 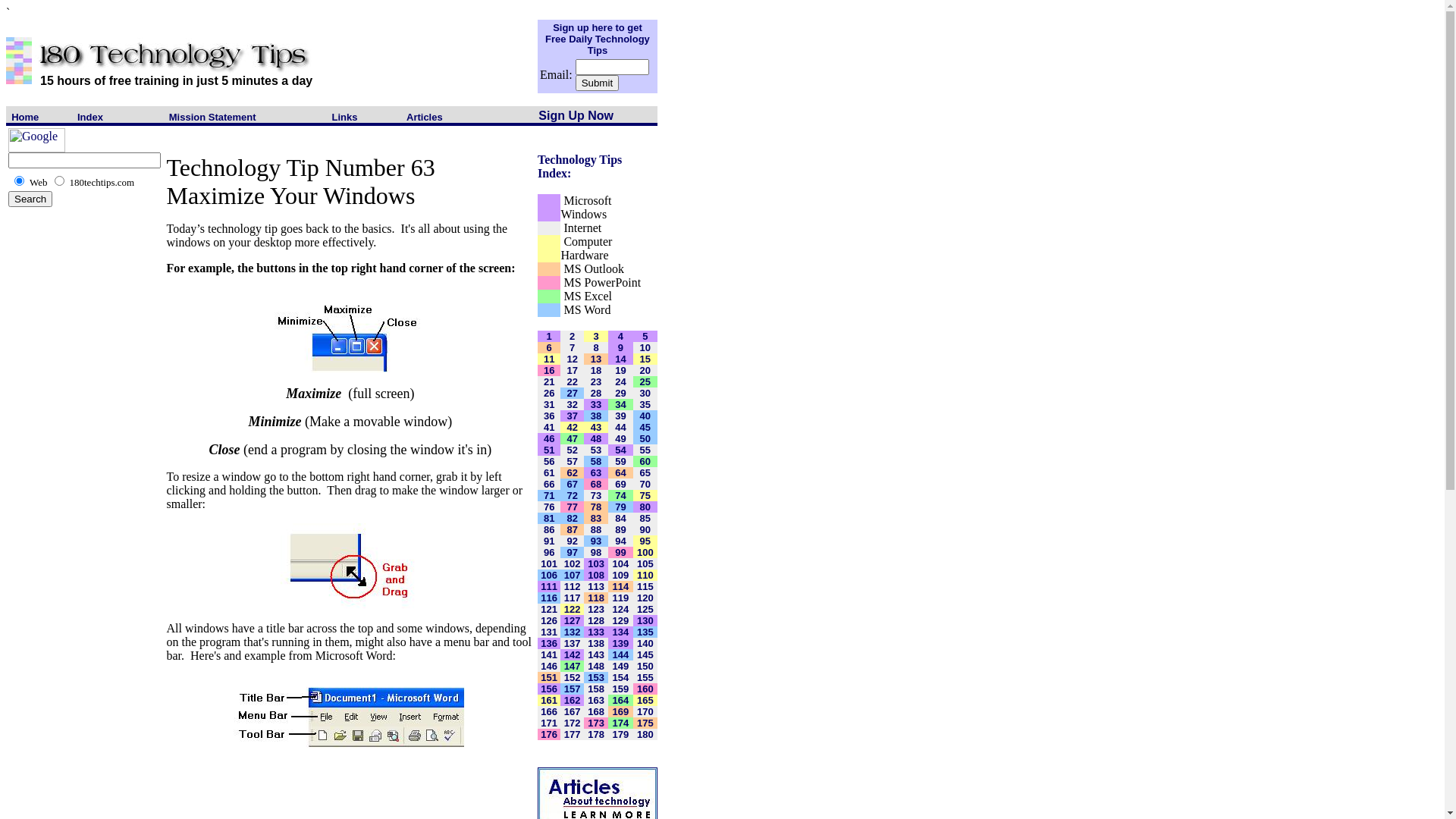 I want to click on '132', so click(x=571, y=631).